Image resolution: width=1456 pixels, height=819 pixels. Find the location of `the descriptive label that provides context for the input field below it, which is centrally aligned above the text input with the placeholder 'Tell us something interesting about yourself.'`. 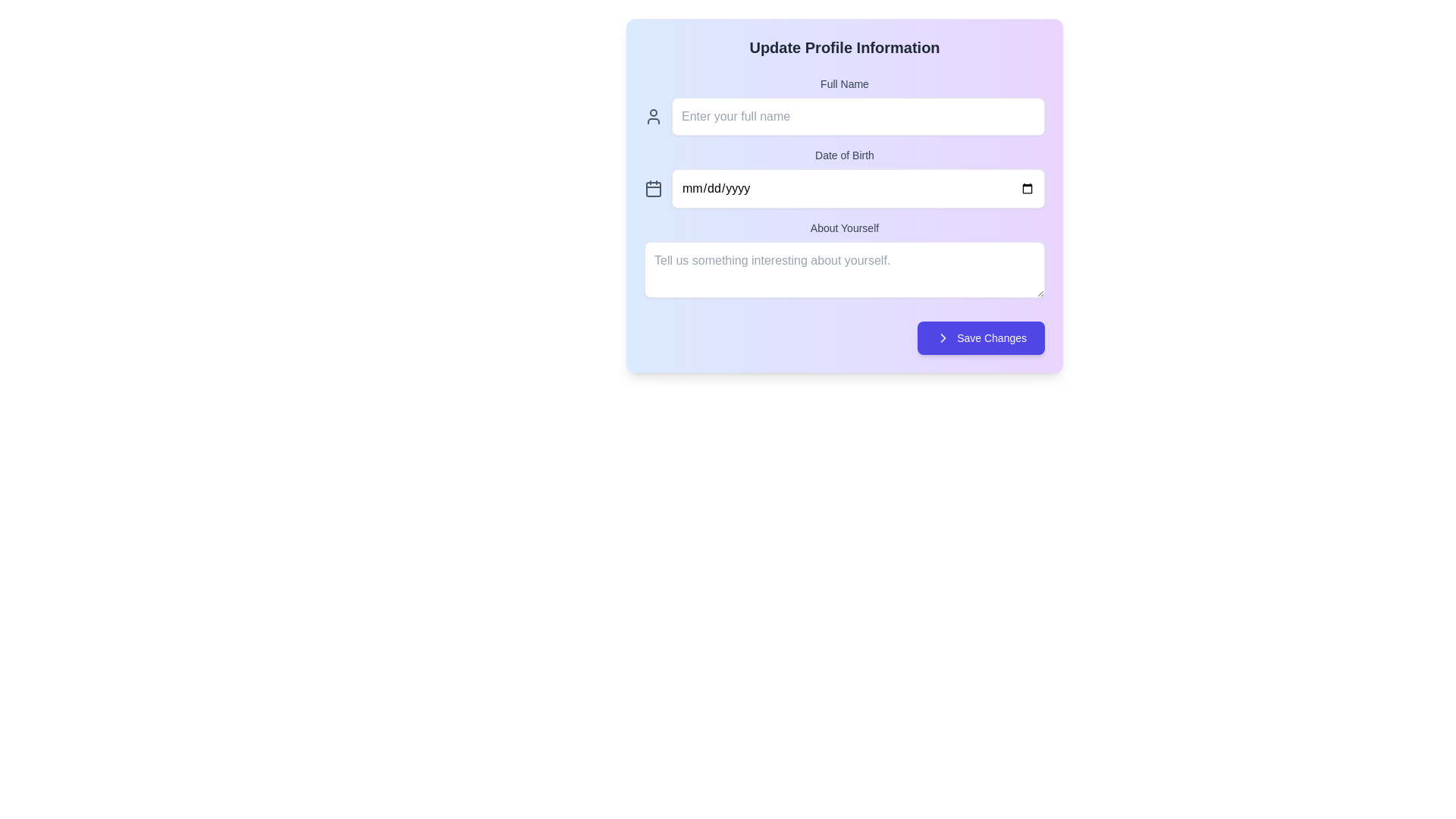

the descriptive label that provides context for the input field below it, which is centrally aligned above the text input with the placeholder 'Tell us something interesting about yourself.' is located at coordinates (843, 227).